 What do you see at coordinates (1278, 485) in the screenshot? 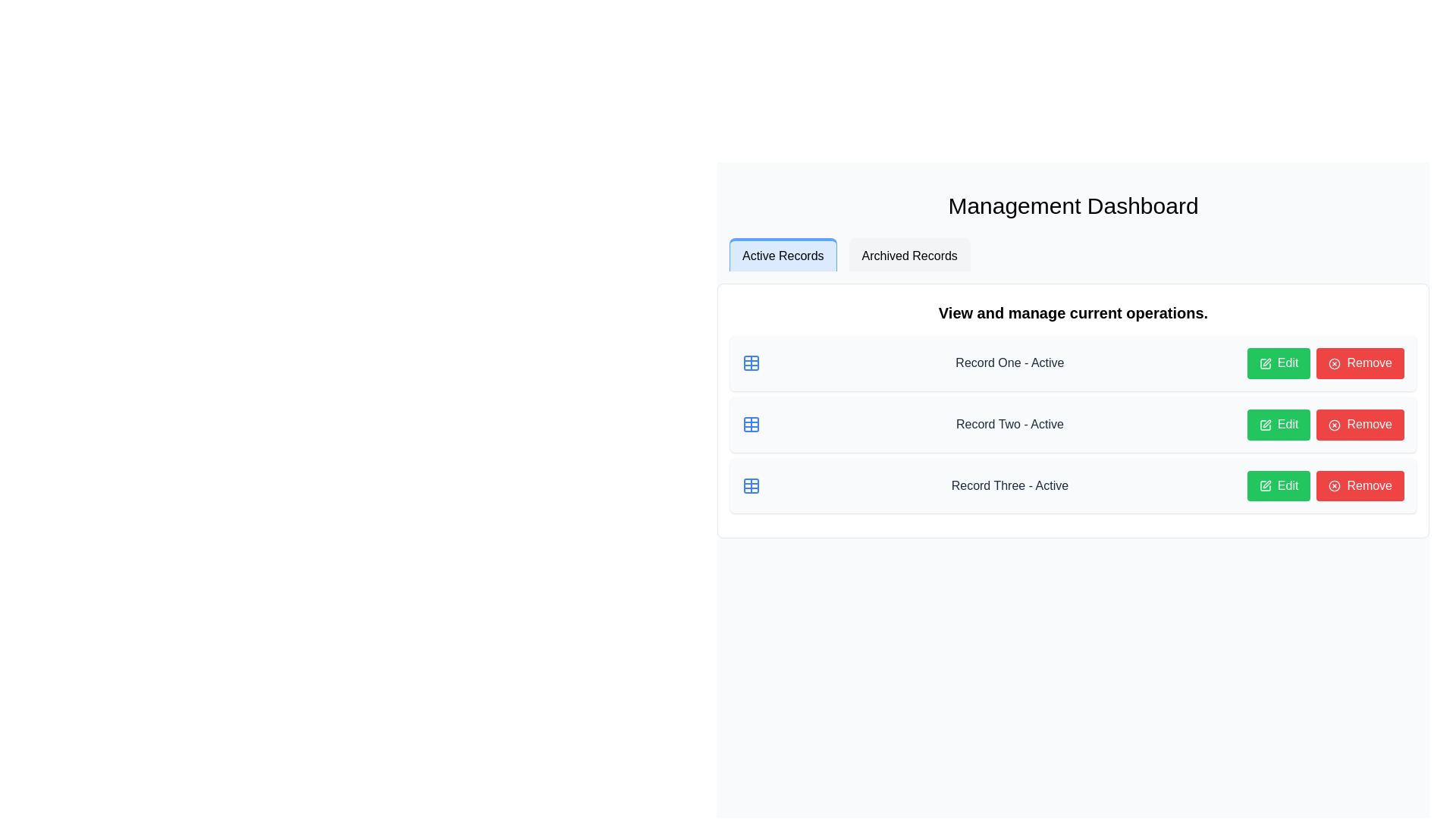
I see `the 'Edit' button with a green background, white text, and a pen icon, located in the lower-right section of the 'Record Three - Active' card` at bounding box center [1278, 485].